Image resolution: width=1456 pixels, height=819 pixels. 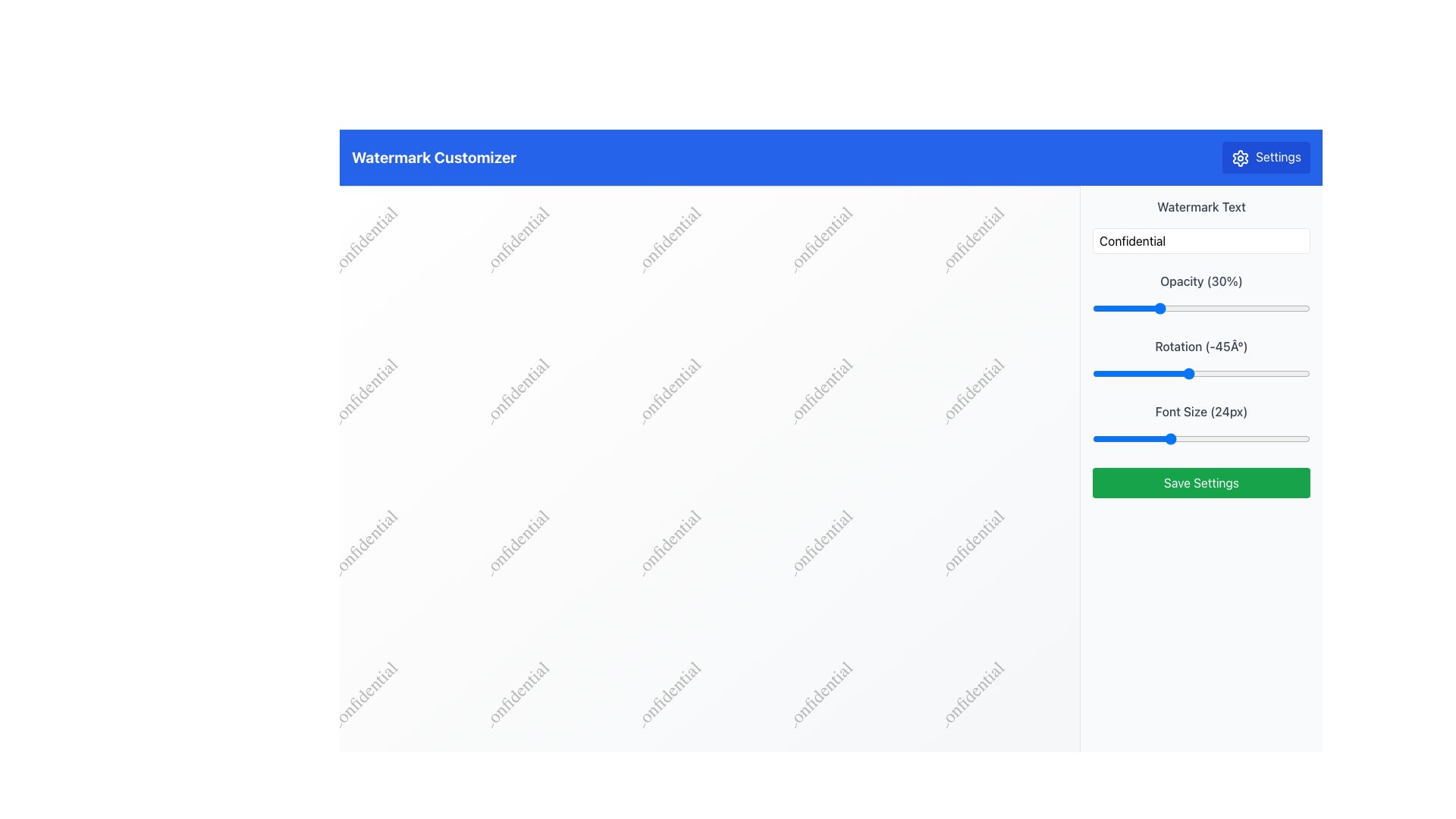 I want to click on the Static text label displaying 'Rotation (-45°)' which is positioned above the slider component in the right section of the user interface, so click(x=1200, y=346).